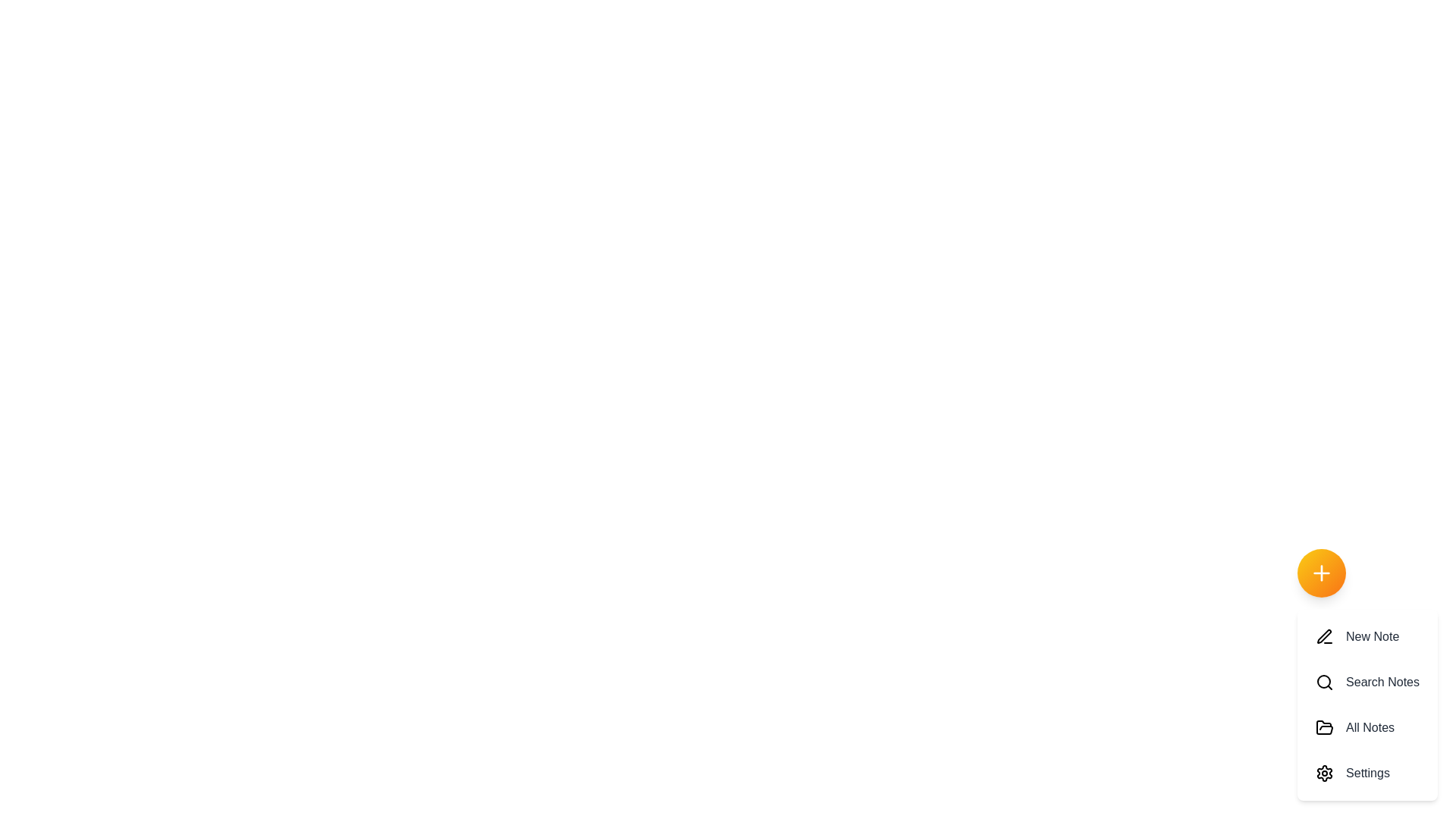 This screenshot has height=819, width=1456. I want to click on the 'Settings' option in the menu, so click(1367, 773).